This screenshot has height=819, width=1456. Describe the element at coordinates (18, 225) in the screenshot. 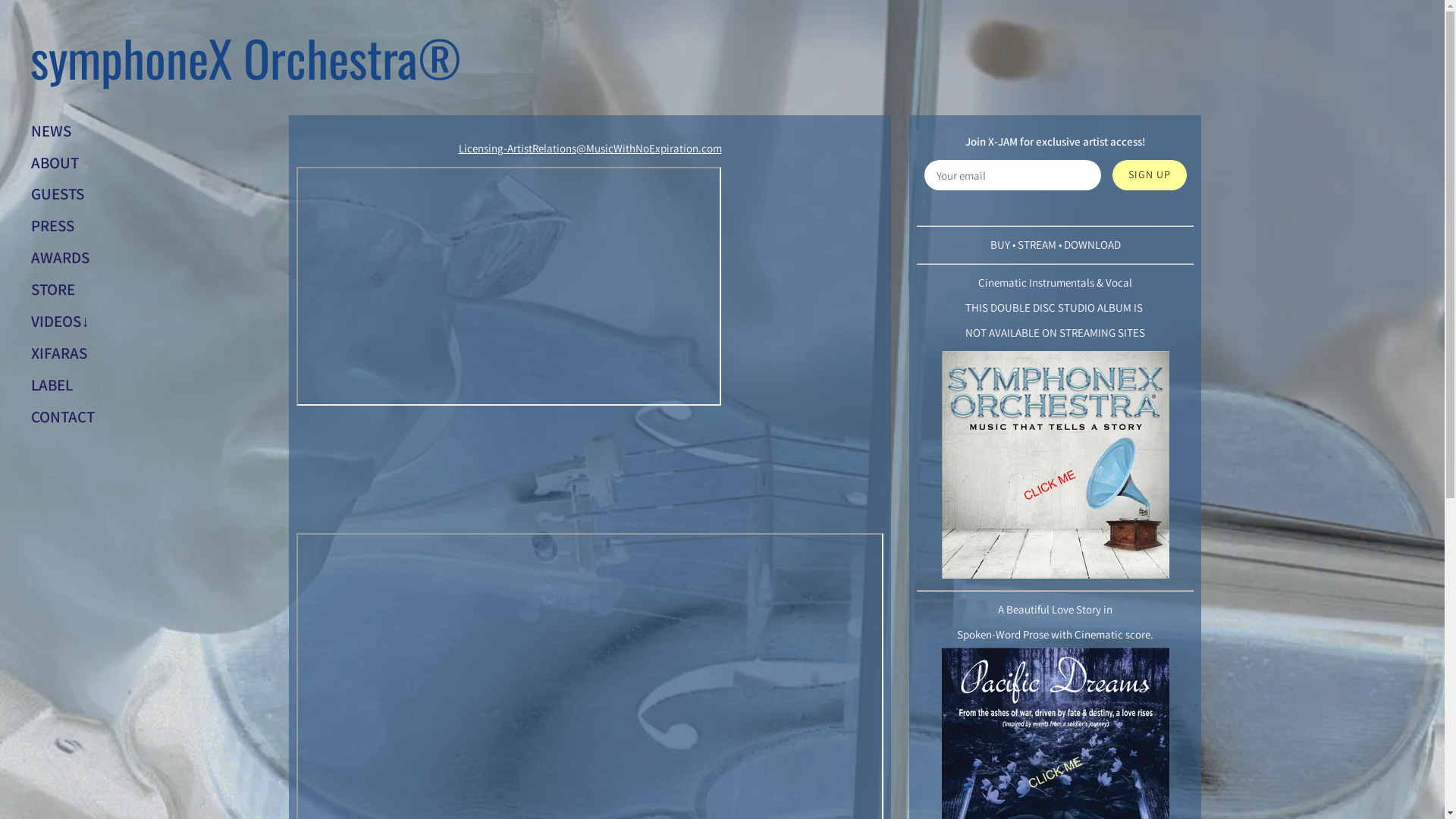

I see `'PRESS'` at that location.